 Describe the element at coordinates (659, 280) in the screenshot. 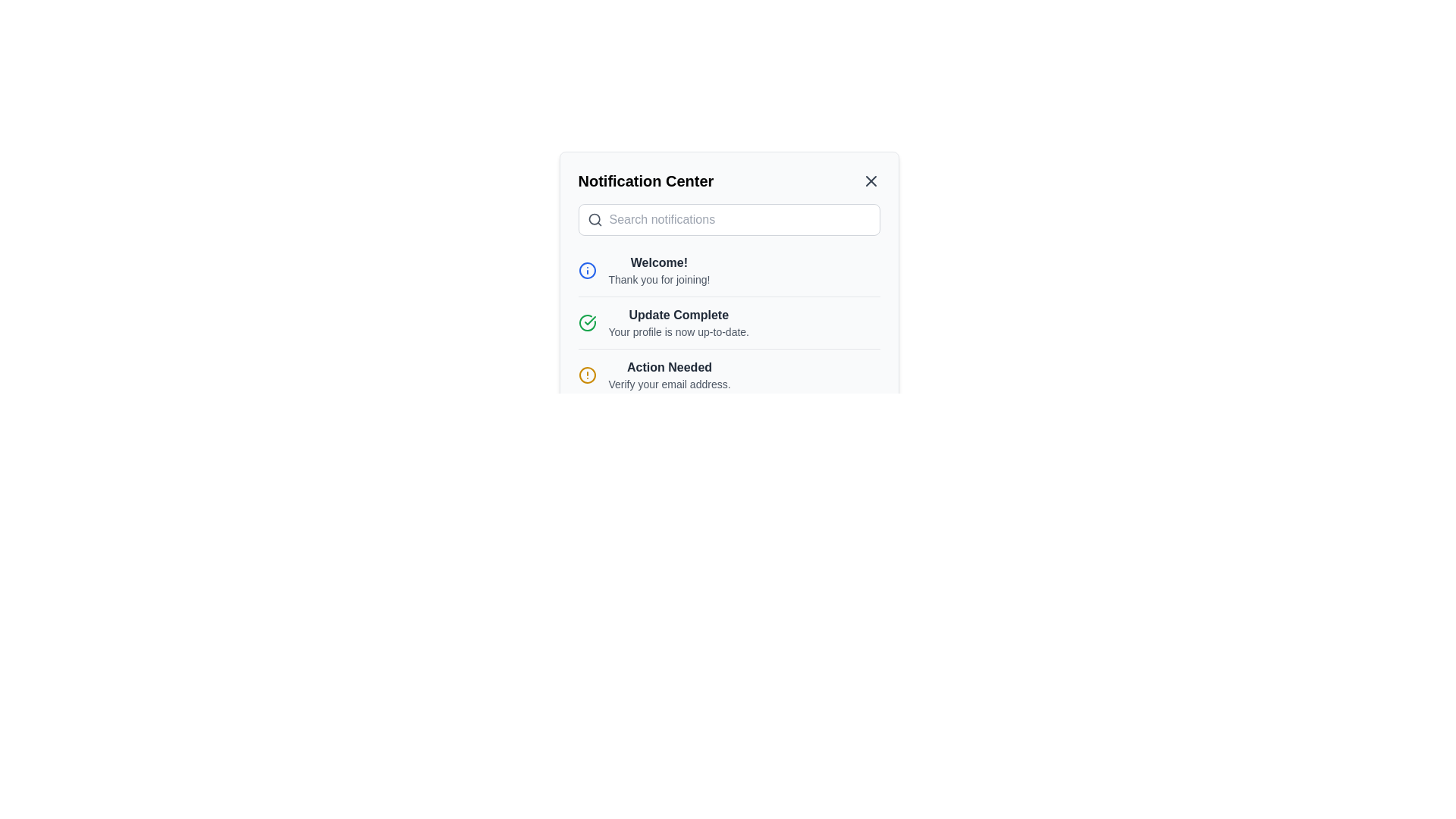

I see `static text label that says 'Thank you for joining!', which is styled in a smaller gray font and positioned below the 'Welcome!' text in the notification panel` at that location.